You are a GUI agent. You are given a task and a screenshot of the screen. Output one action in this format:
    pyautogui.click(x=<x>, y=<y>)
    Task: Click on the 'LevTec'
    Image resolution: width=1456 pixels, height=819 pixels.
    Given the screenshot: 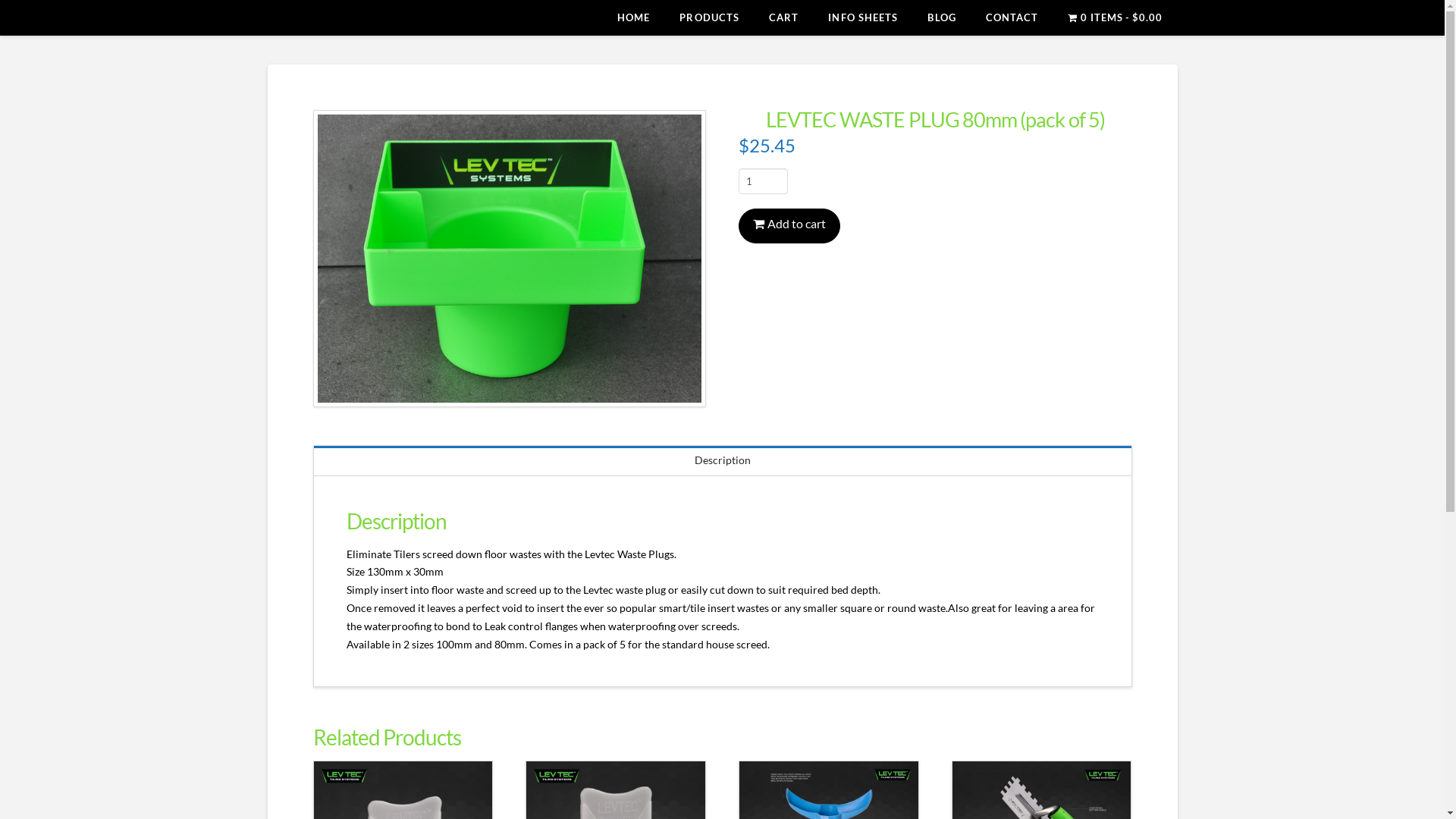 What is the action you would take?
    pyautogui.click(x=311, y=20)
    